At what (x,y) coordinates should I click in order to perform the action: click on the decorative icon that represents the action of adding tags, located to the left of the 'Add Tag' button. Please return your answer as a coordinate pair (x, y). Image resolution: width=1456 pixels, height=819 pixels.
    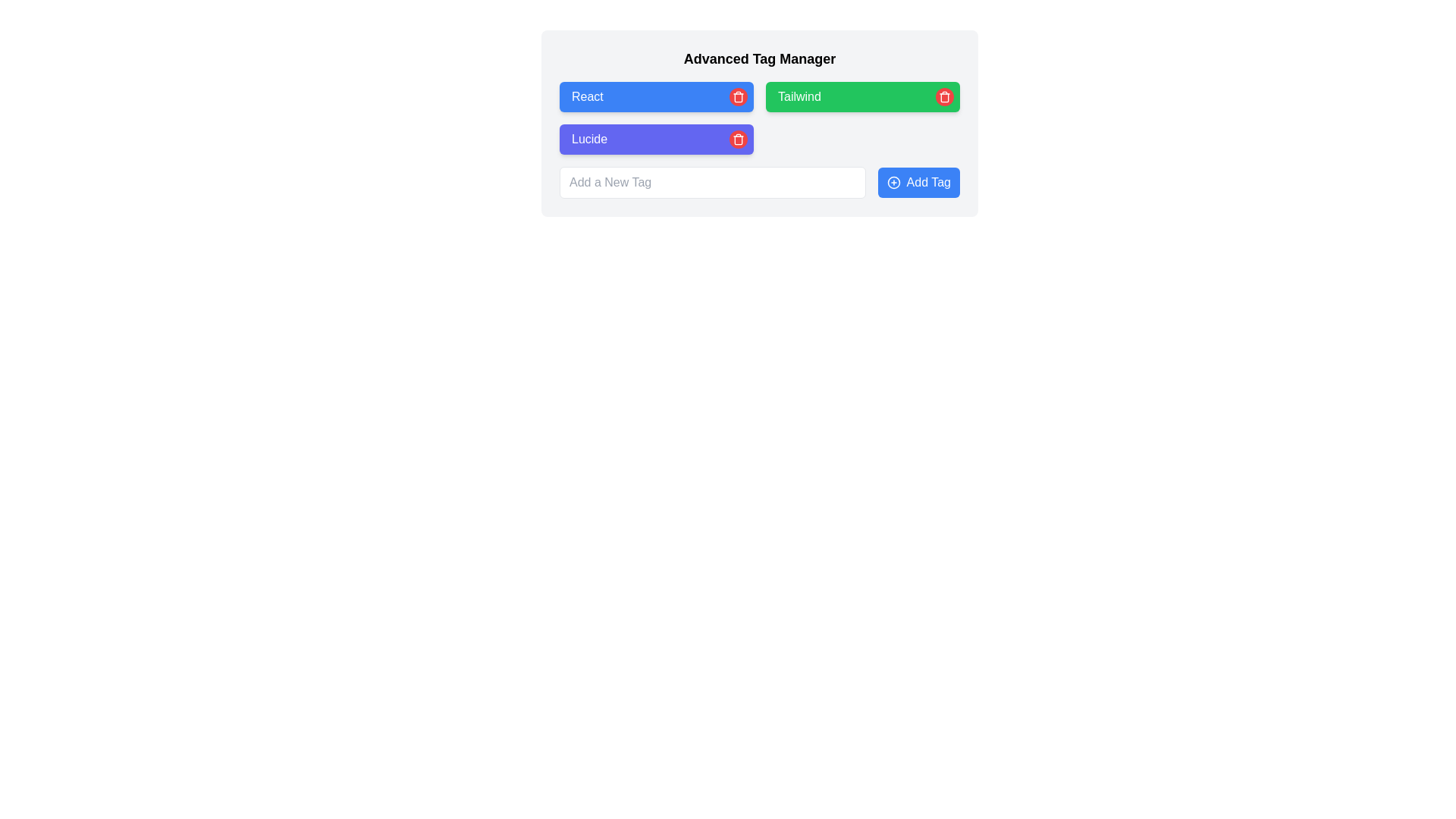
    Looking at the image, I should click on (893, 181).